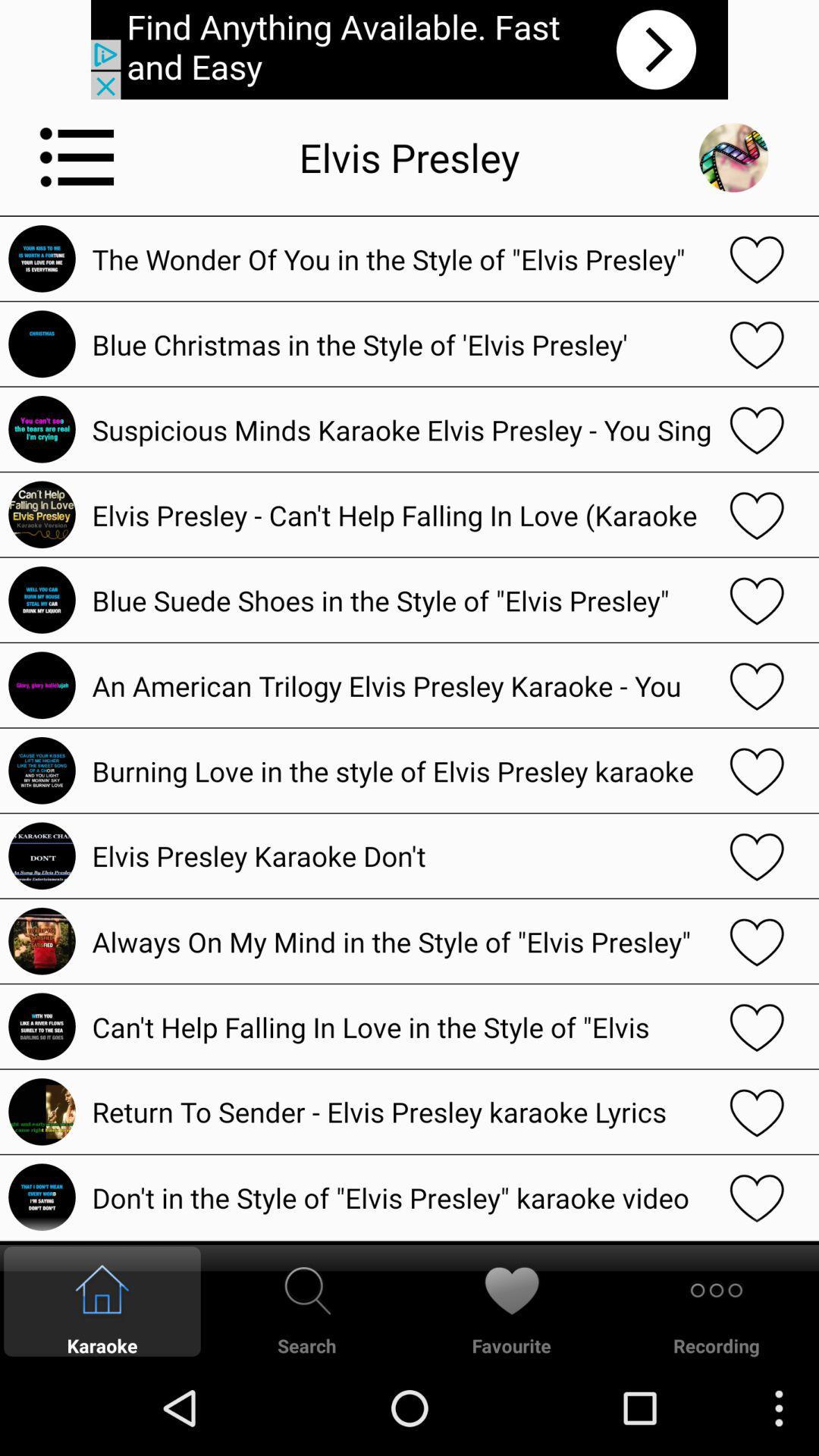 This screenshot has height=1456, width=819. I want to click on favorite, so click(757, 514).